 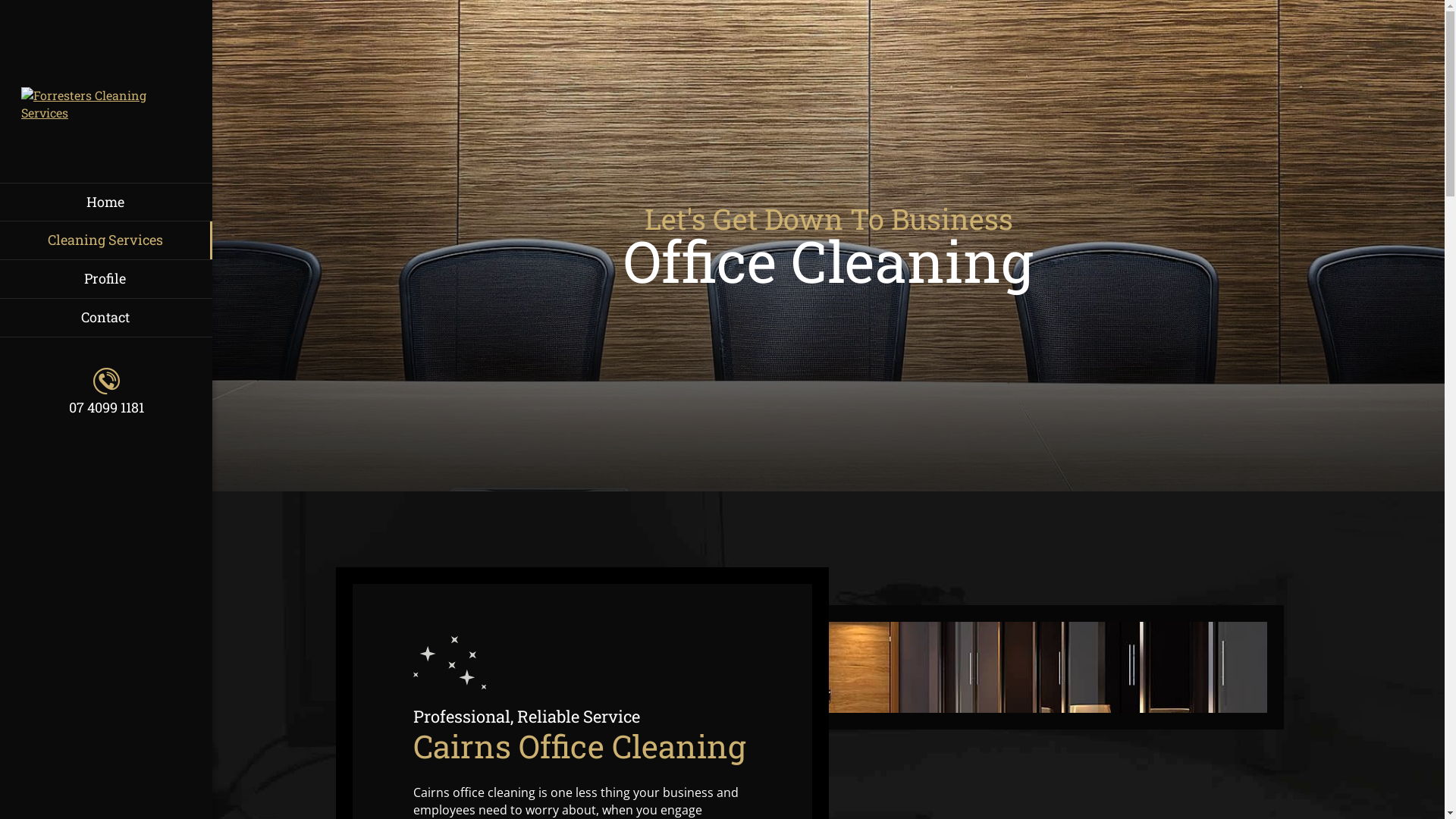 I want to click on 'Profile', so click(x=105, y=278).